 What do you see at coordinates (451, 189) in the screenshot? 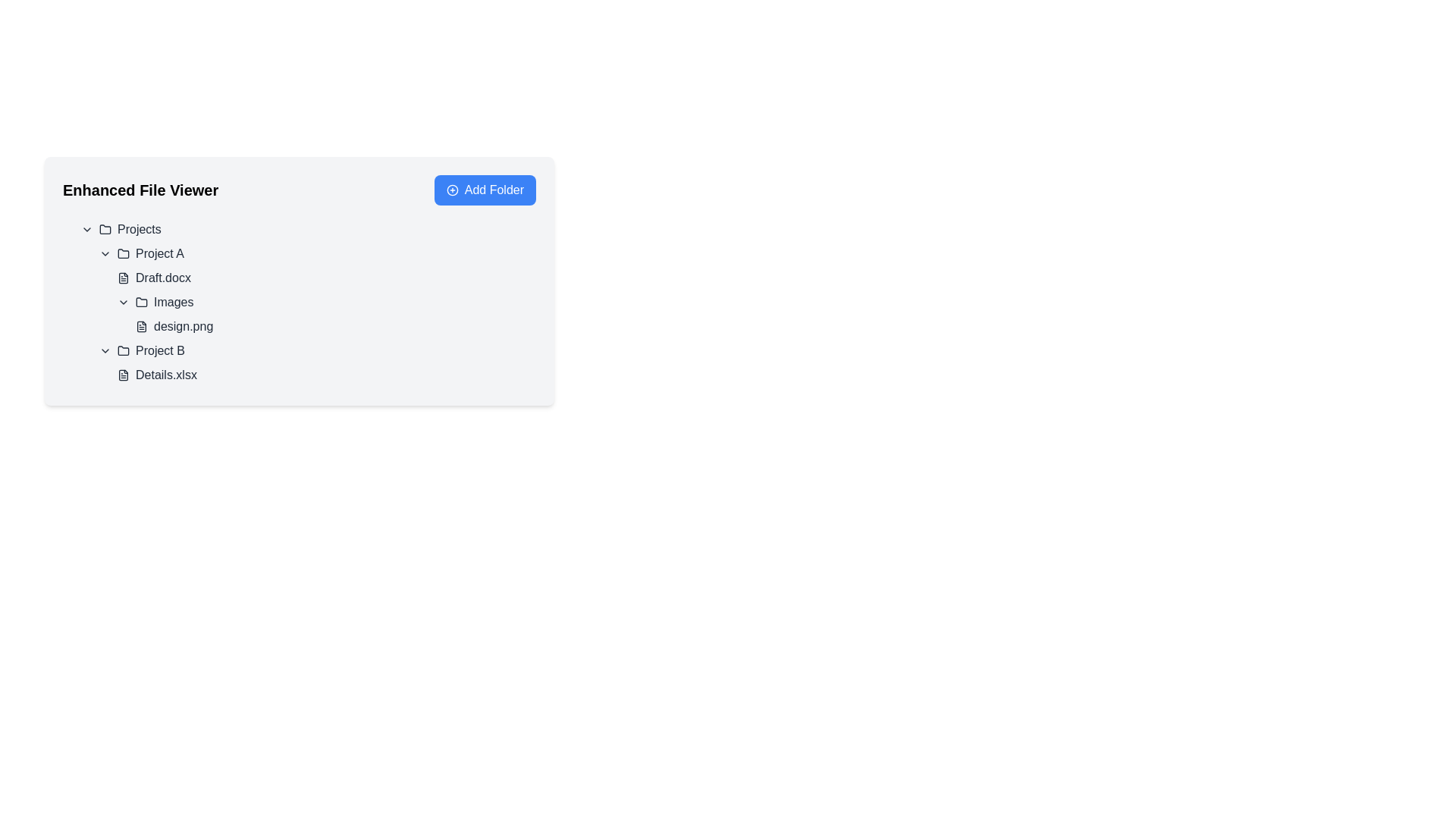
I see `the icon representing the action` at bounding box center [451, 189].